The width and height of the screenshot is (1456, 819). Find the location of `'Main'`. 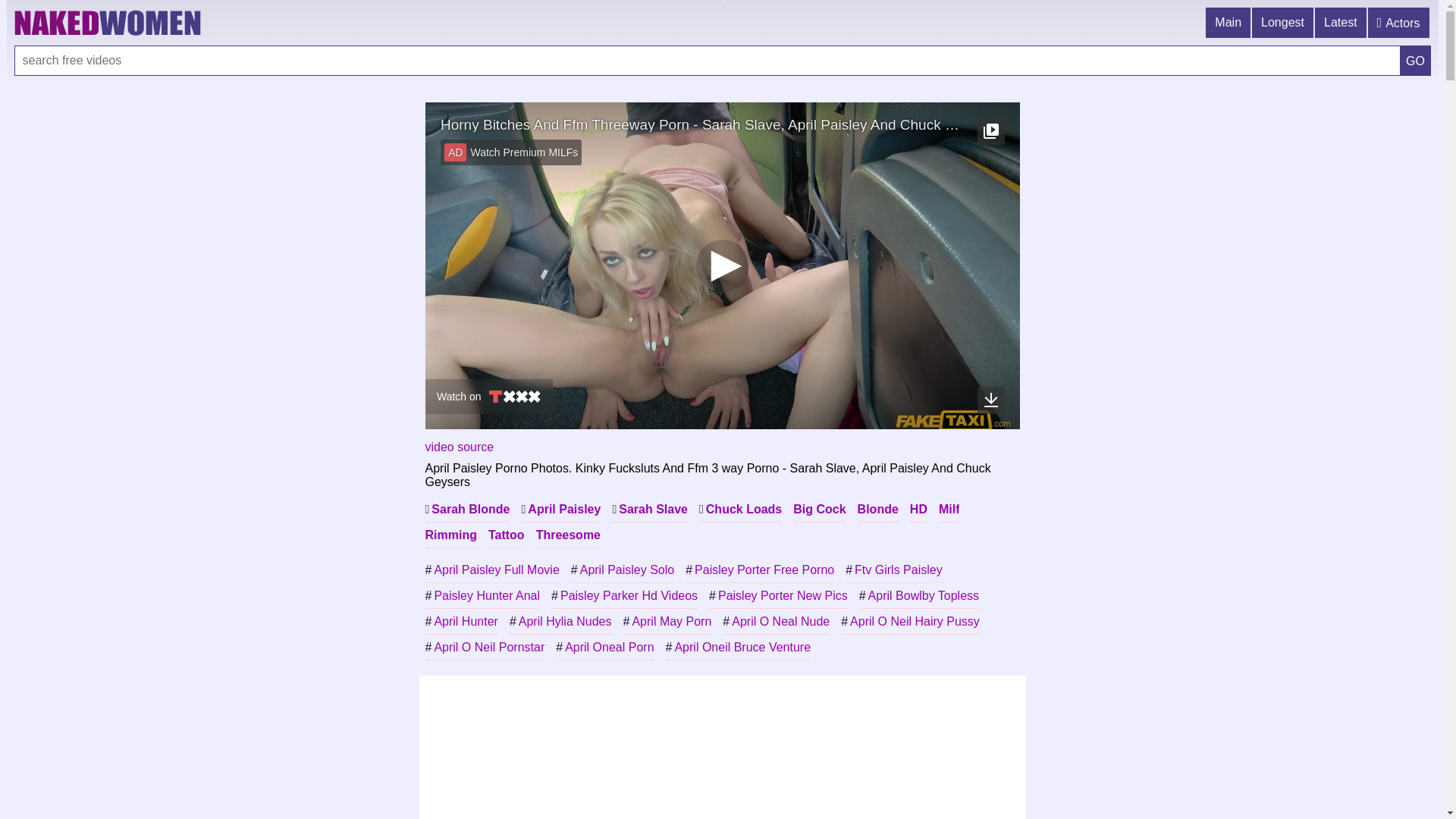

'Main' is located at coordinates (1228, 23).